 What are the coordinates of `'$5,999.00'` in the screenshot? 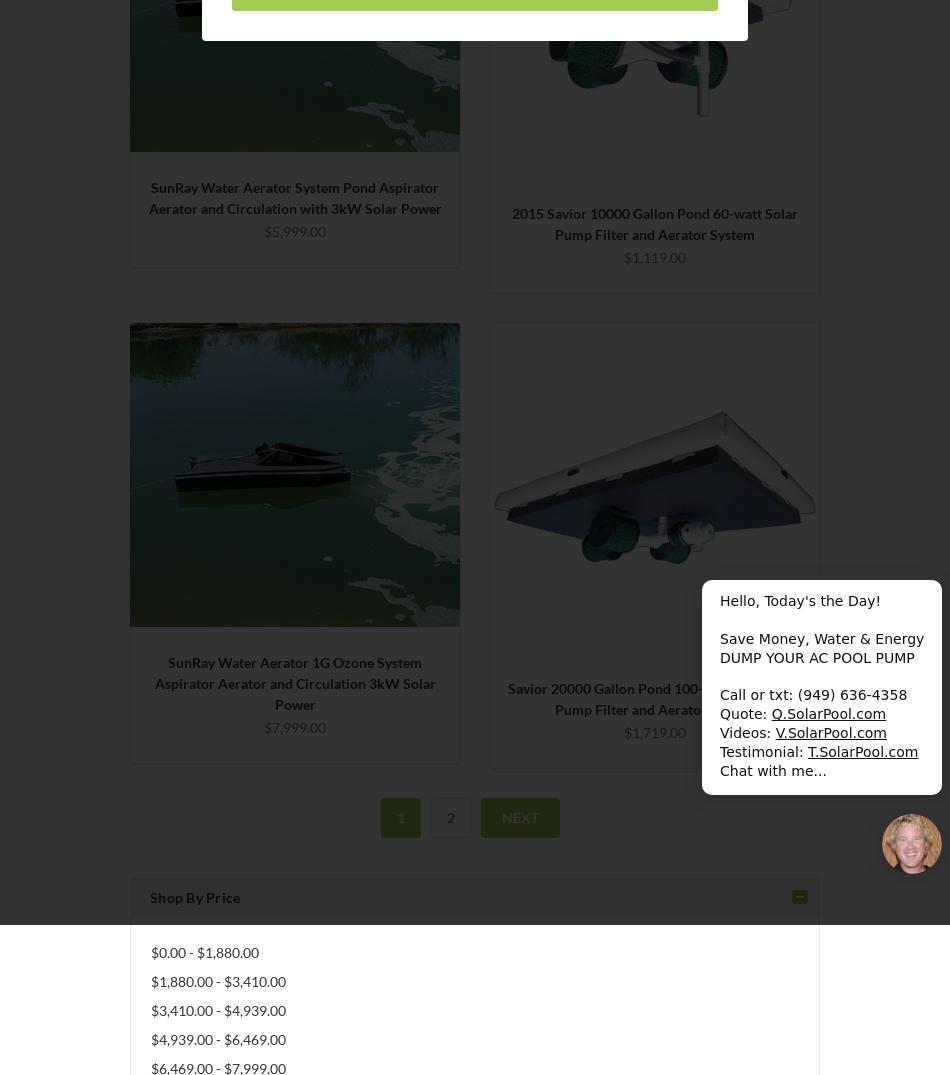 It's located at (293, 229).